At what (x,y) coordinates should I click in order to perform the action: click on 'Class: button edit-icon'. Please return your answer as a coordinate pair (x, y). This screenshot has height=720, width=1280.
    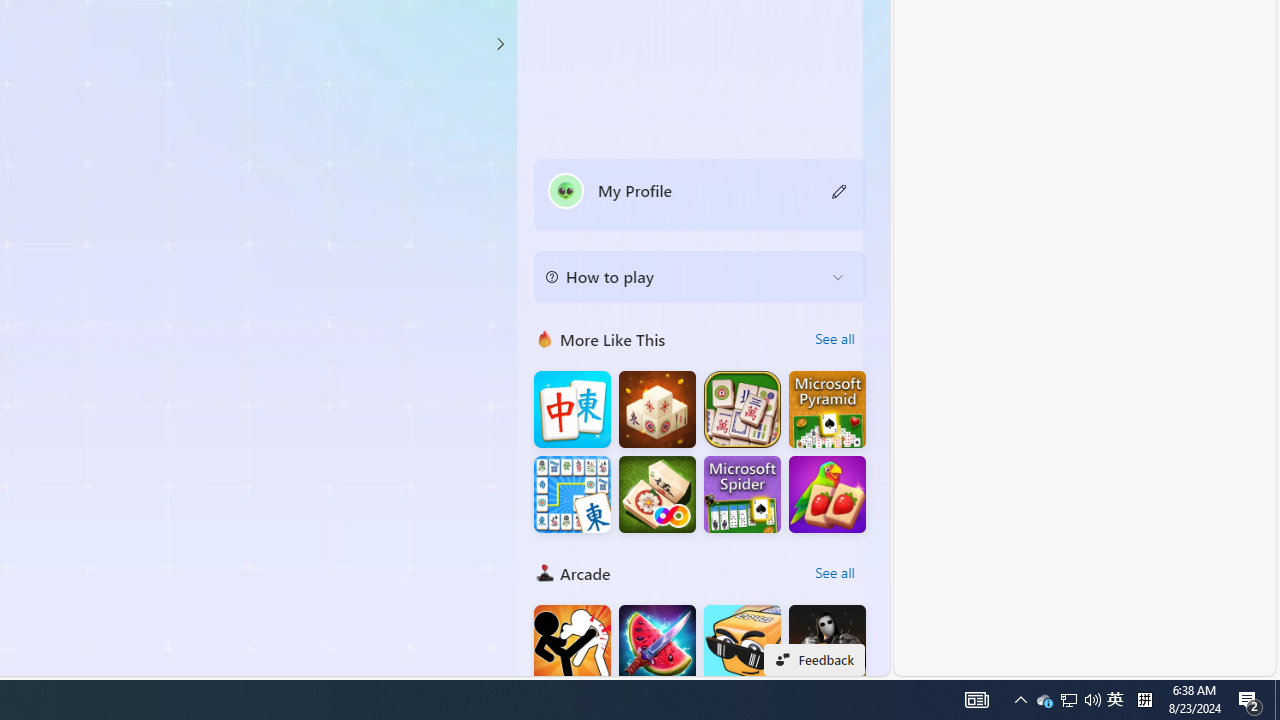
    Looking at the image, I should click on (839, 190).